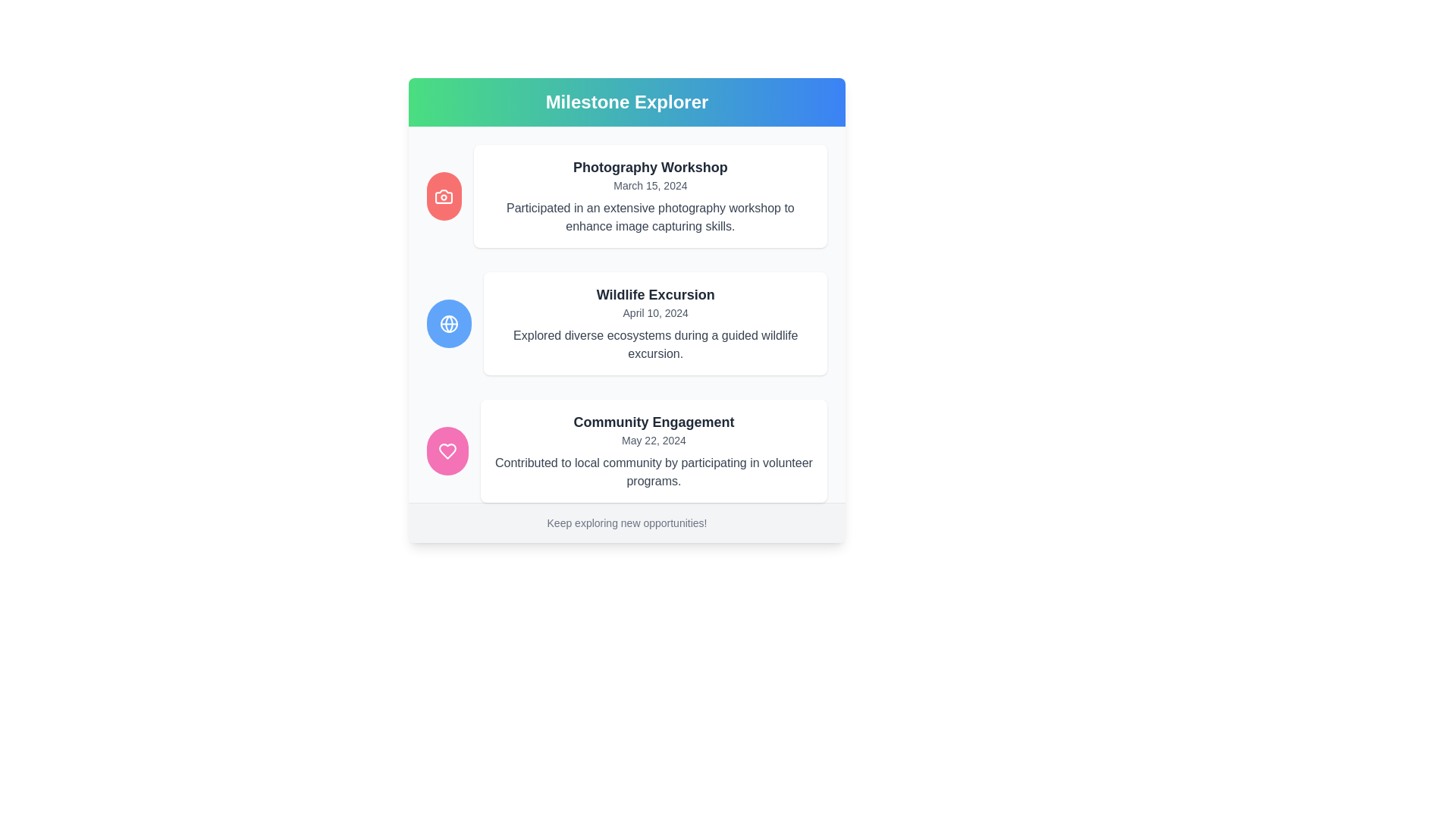 The height and width of the screenshot is (819, 1456). What do you see at coordinates (626, 450) in the screenshot?
I see `the textual block that provides details about a specific event, including its title and description, located under the 'Milestone Explorer' heading, specifically the last element in the list` at bounding box center [626, 450].